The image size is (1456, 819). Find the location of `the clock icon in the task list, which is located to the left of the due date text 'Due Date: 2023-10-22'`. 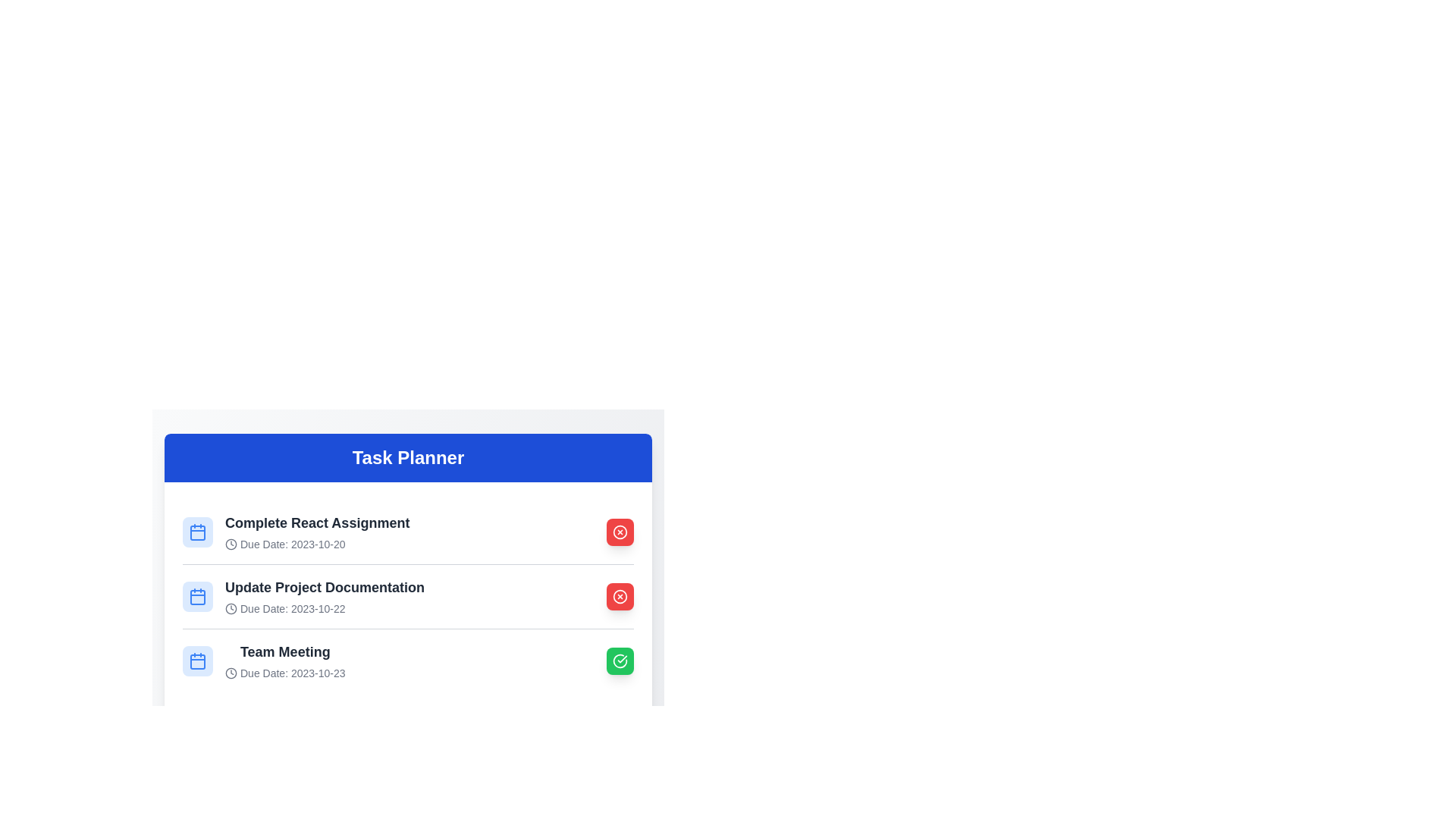

the clock icon in the task list, which is located to the left of the due date text 'Due Date: 2023-10-22' is located at coordinates (231, 607).